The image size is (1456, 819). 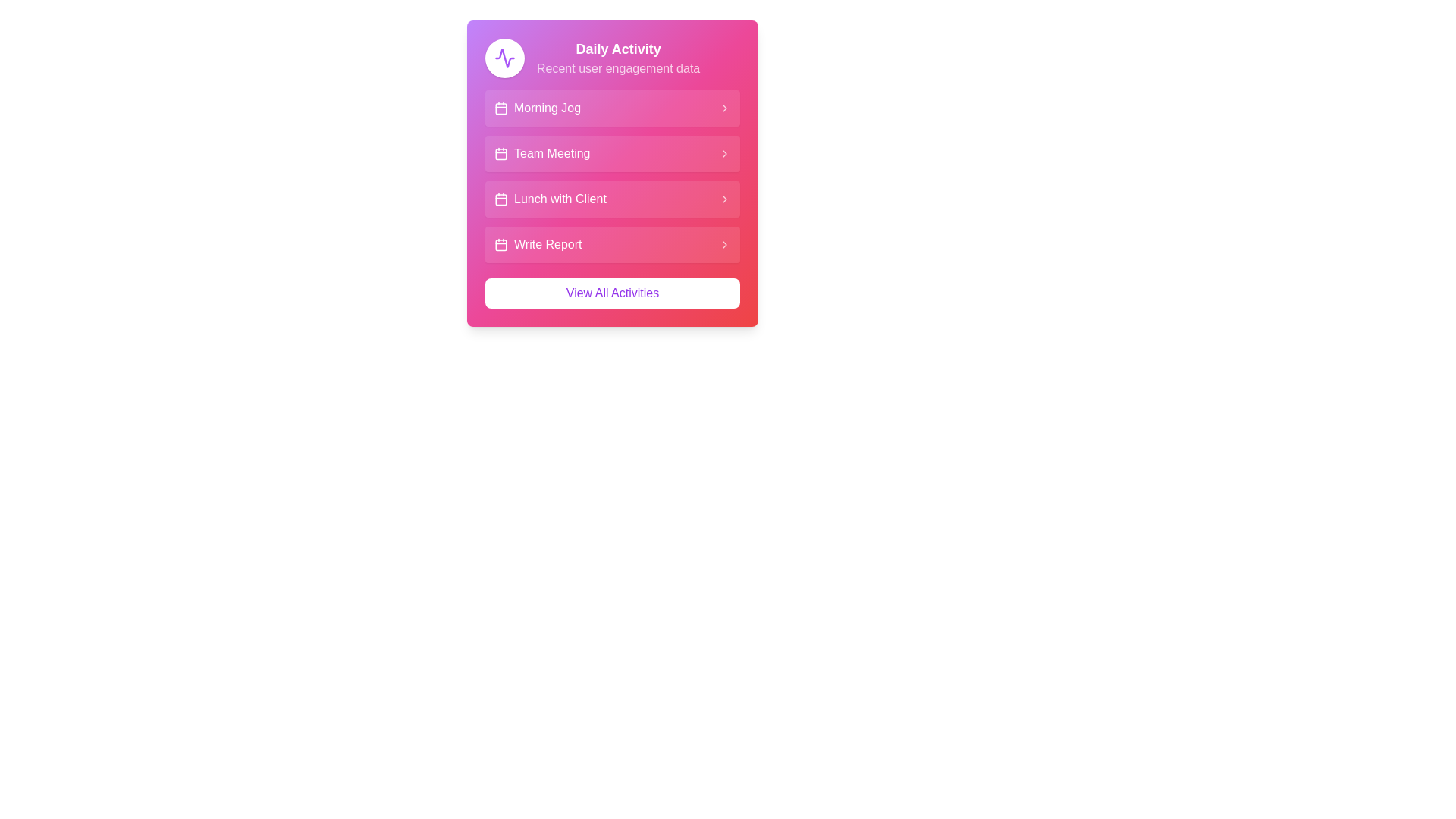 I want to click on the 'Team Meeting' List Item element, which is the second item in the vertical list within the 'Daily Activity' card, located between 'Morning Jog' and 'Lunch with Client', so click(x=542, y=154).